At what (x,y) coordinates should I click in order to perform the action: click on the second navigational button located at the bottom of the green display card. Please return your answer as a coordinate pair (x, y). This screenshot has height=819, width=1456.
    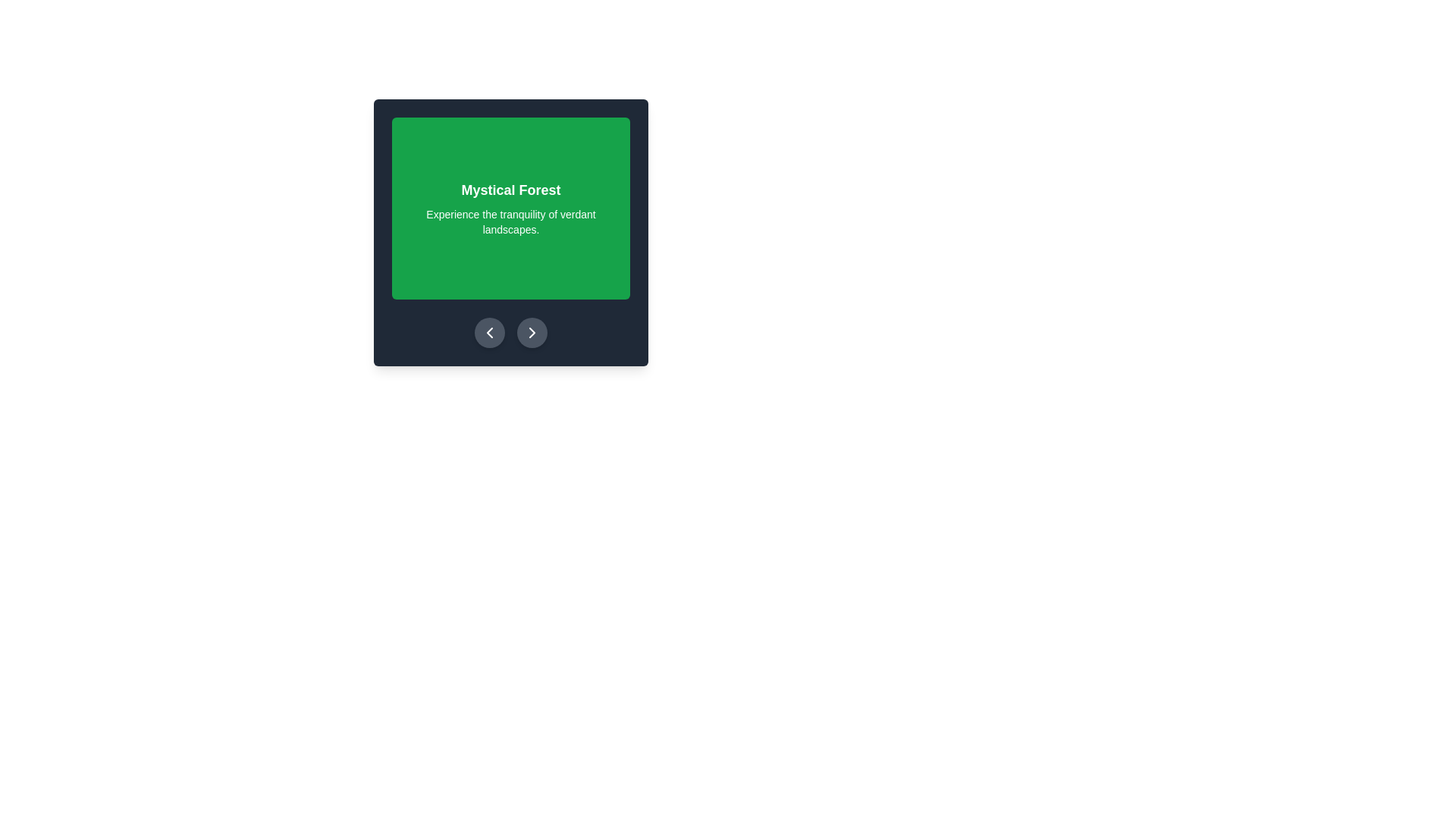
    Looking at the image, I should click on (532, 332).